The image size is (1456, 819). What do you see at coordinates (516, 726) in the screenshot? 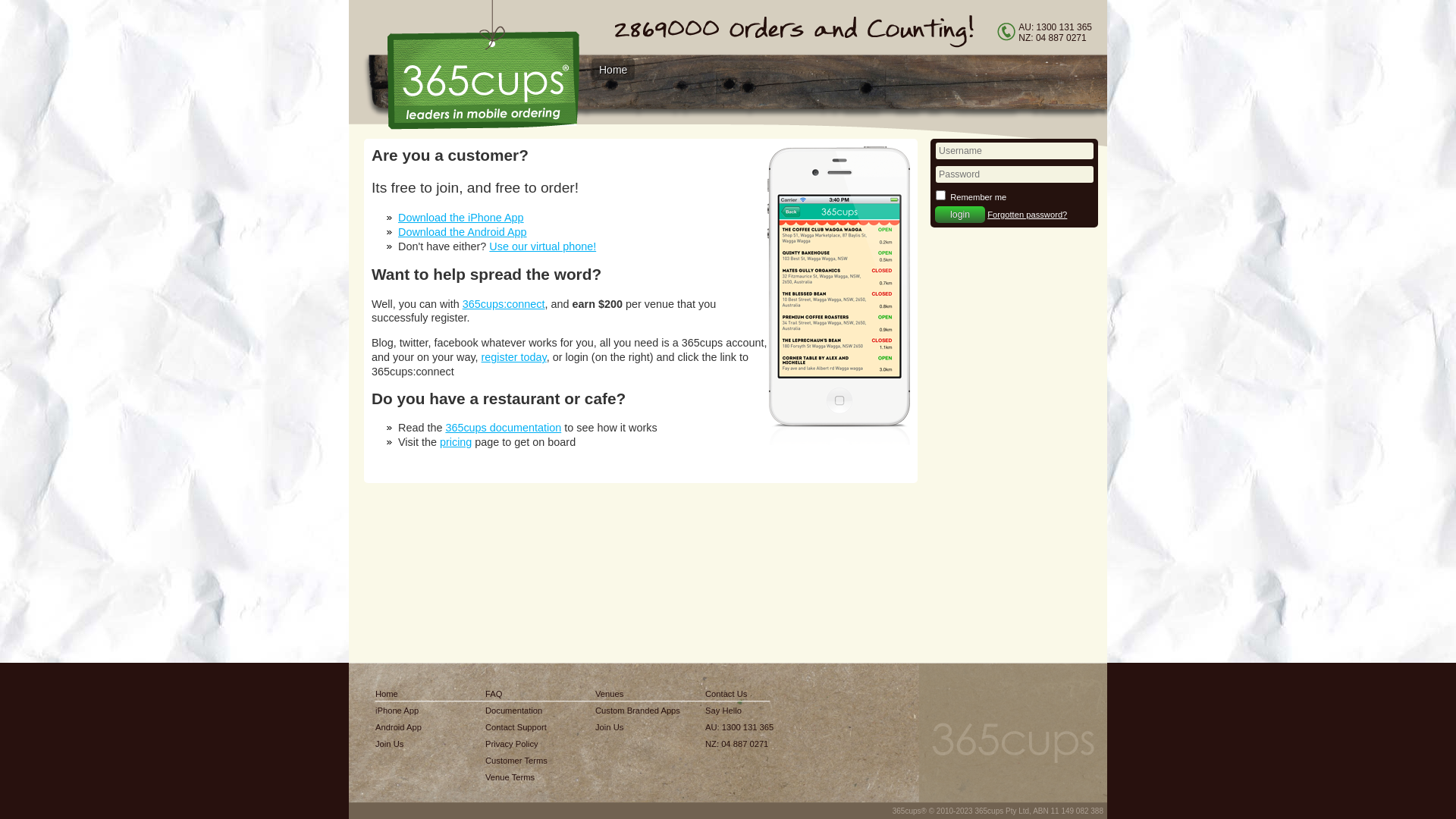
I see `'Contact Support'` at bounding box center [516, 726].